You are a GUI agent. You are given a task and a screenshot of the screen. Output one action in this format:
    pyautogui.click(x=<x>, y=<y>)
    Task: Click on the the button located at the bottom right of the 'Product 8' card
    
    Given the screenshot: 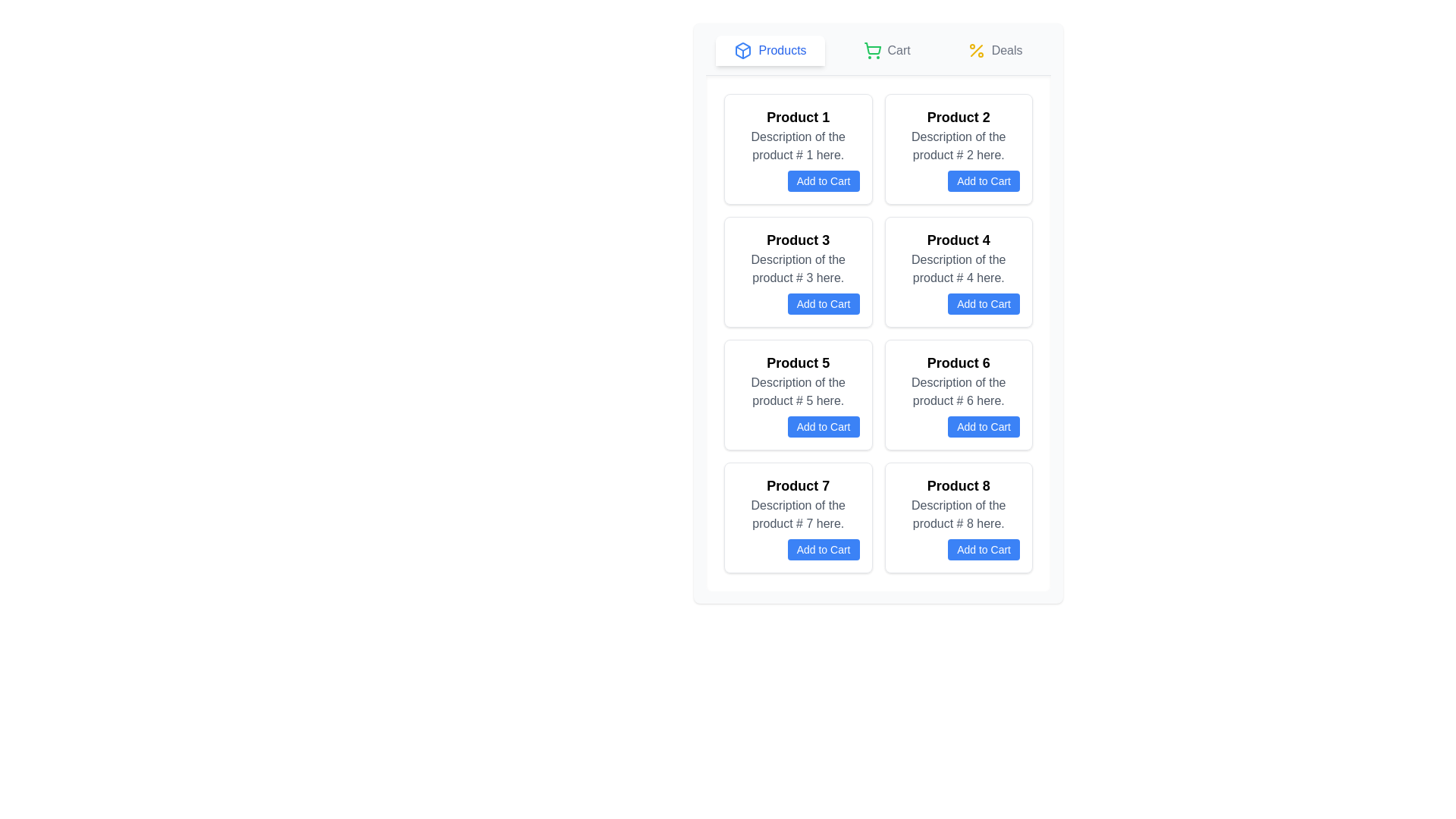 What is the action you would take?
    pyautogui.click(x=984, y=550)
    